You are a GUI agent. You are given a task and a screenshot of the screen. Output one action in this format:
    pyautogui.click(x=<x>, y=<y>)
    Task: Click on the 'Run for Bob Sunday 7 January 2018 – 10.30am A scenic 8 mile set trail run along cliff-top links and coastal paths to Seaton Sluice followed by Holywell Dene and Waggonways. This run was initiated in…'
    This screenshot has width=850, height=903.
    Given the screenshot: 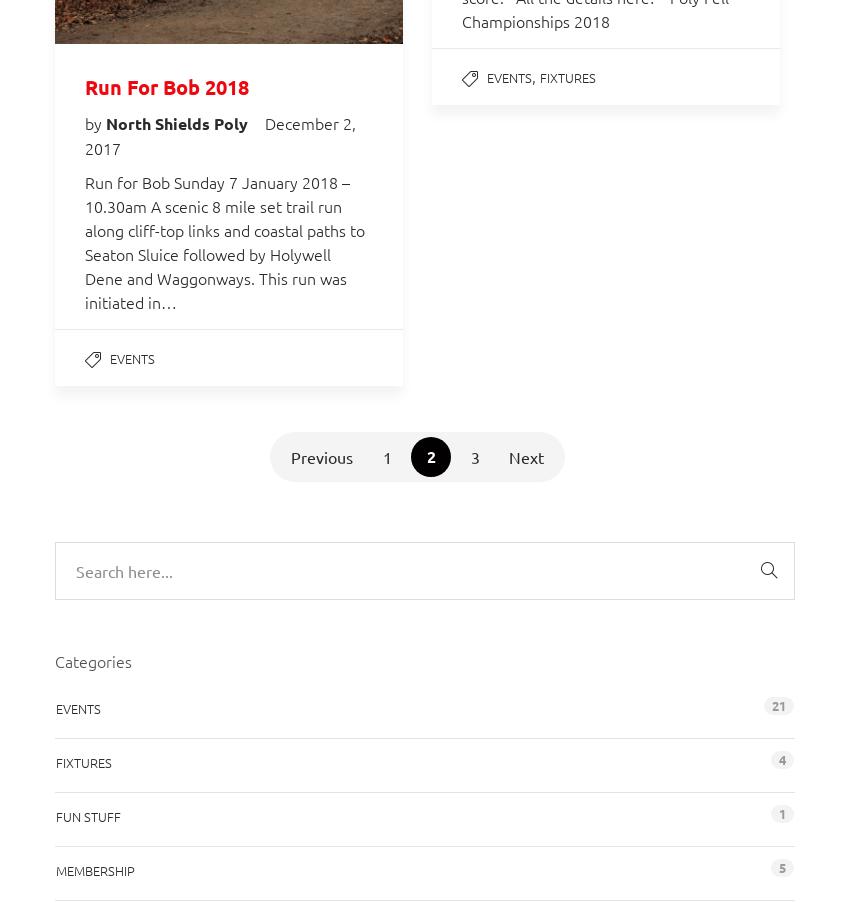 What is the action you would take?
    pyautogui.click(x=85, y=241)
    